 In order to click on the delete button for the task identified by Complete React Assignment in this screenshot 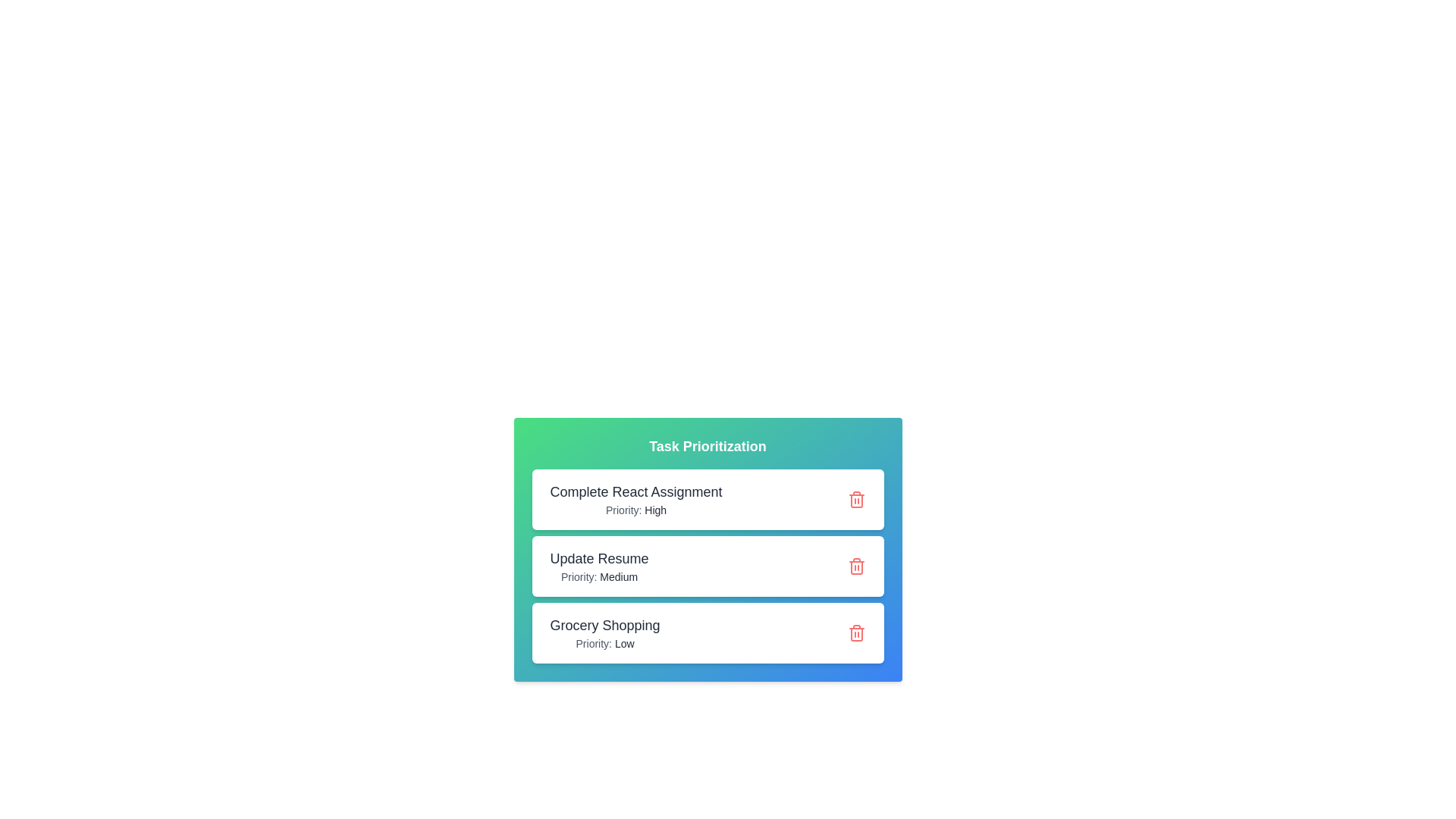, I will do `click(856, 500)`.